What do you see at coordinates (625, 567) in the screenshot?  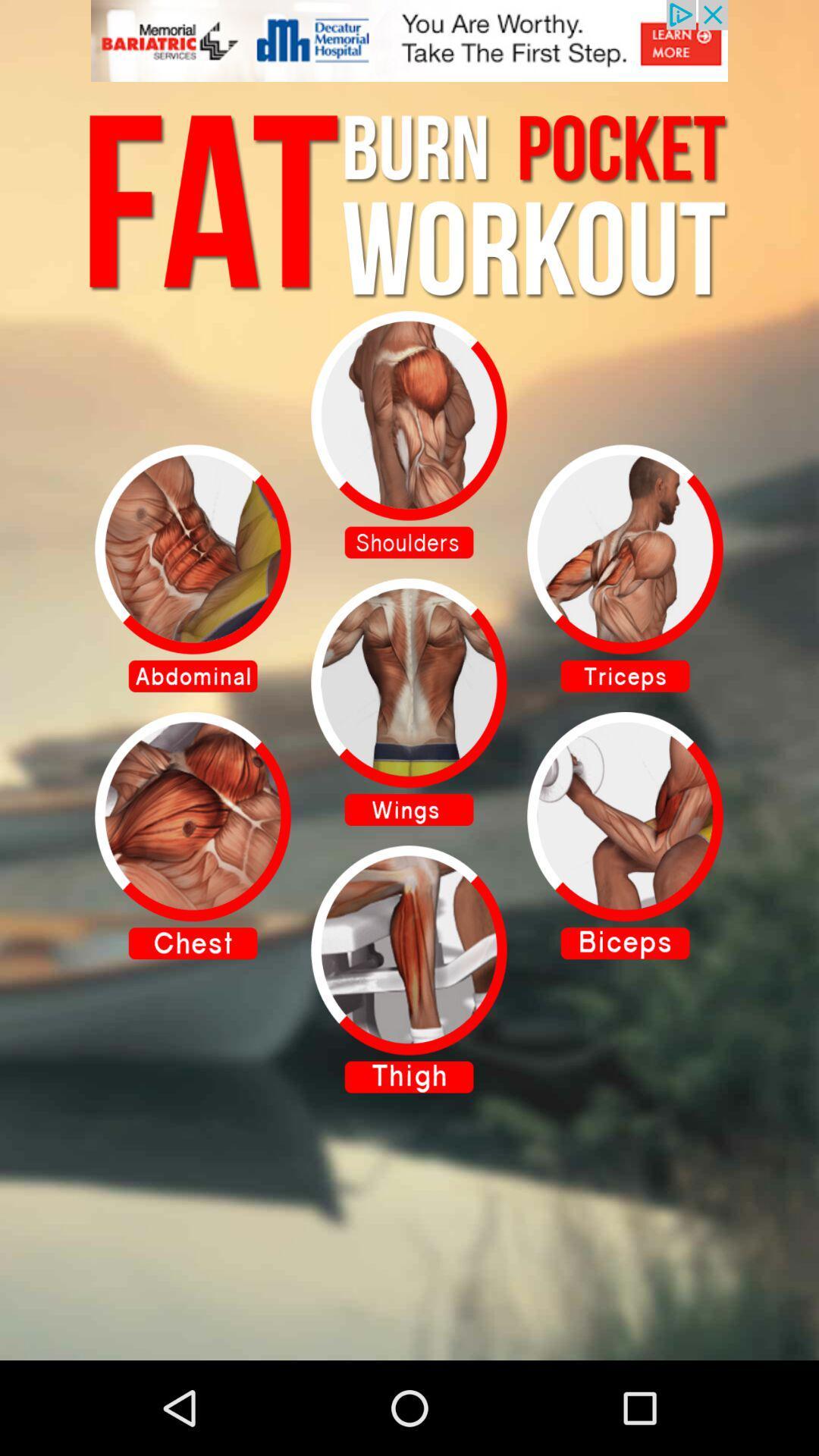 I see `workout` at bounding box center [625, 567].